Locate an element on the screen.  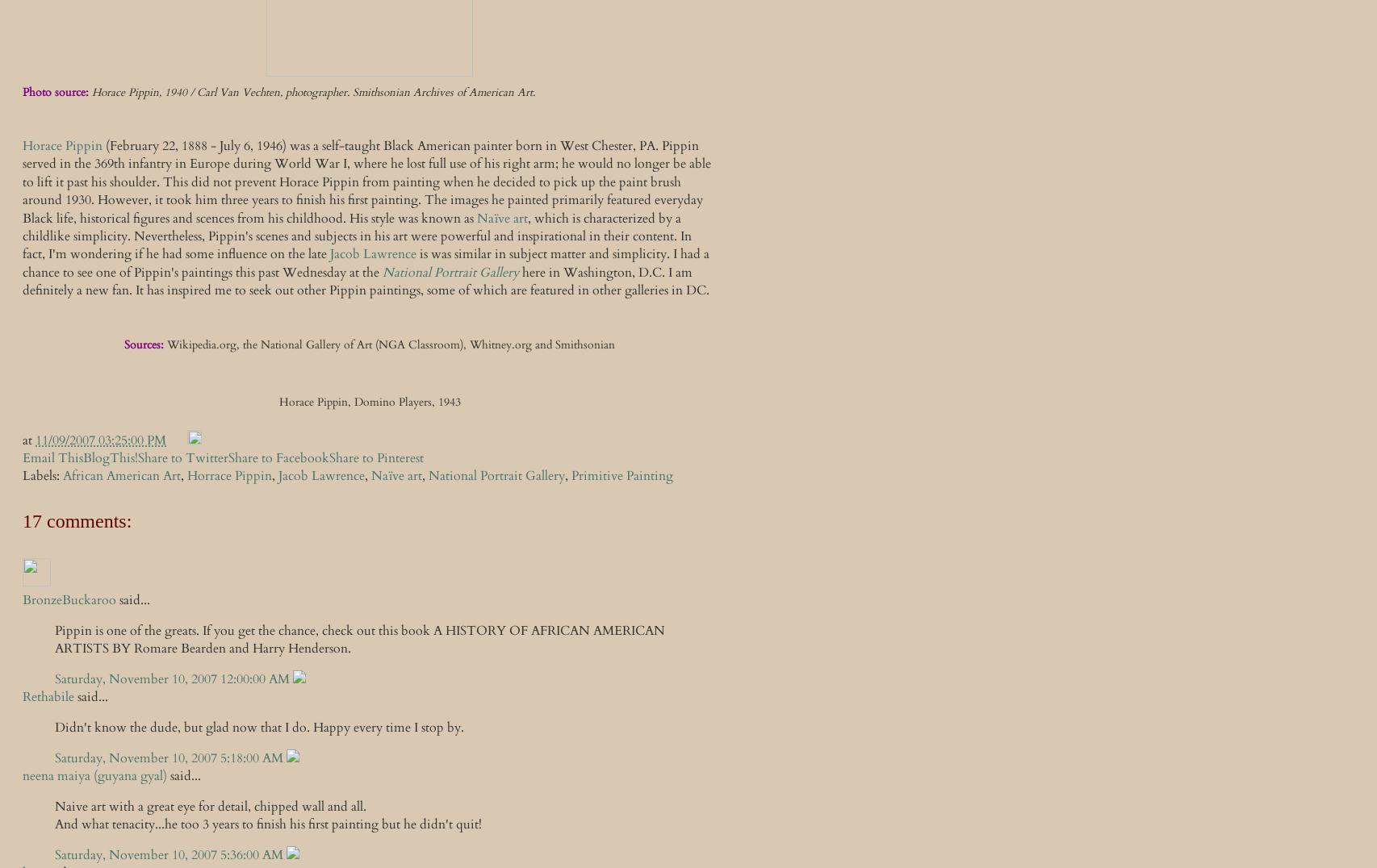
'Rethabile' is located at coordinates (48, 697).